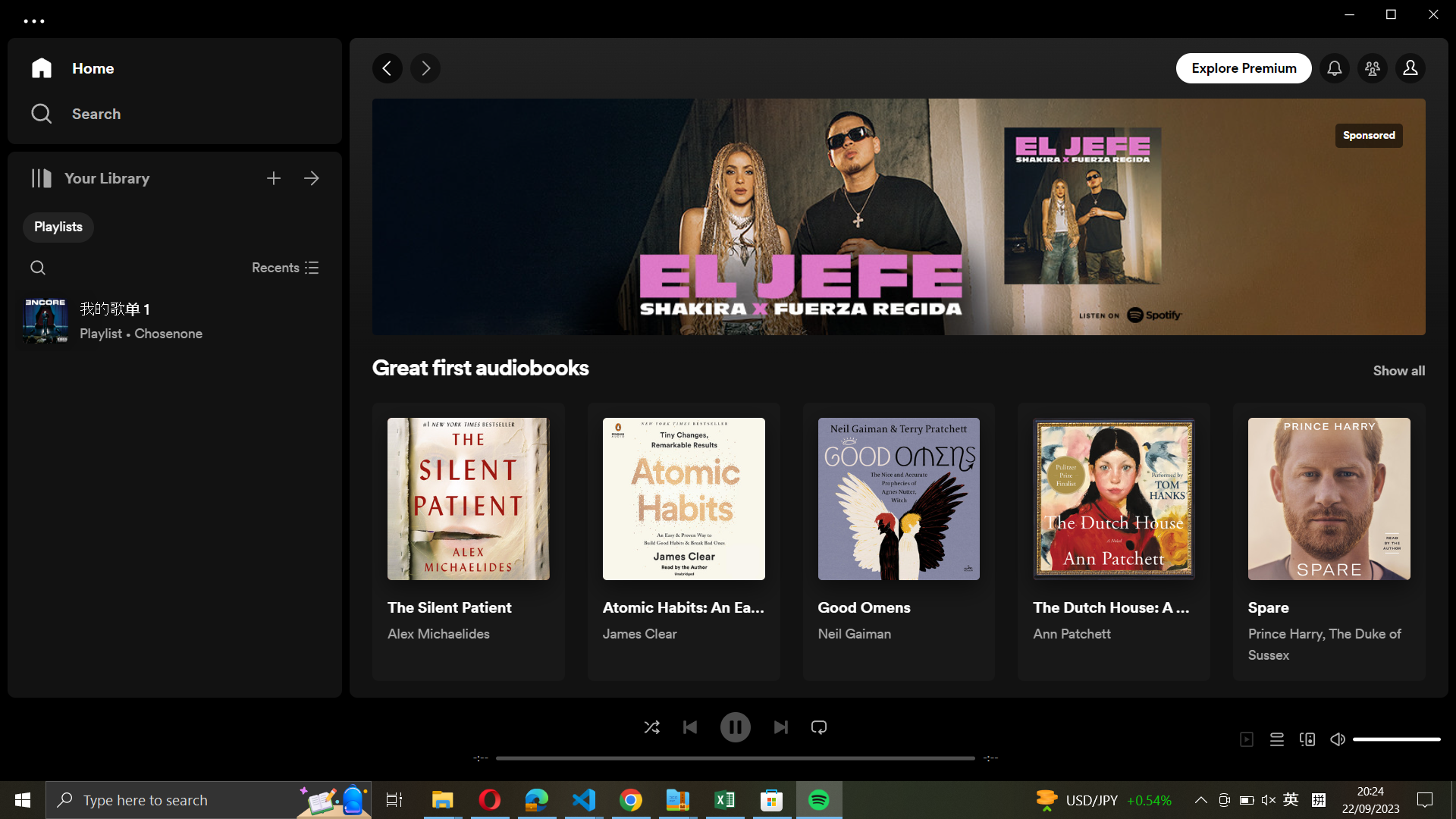 The image size is (1456, 819). I want to click on Shut down recent audio book files, so click(285, 265).